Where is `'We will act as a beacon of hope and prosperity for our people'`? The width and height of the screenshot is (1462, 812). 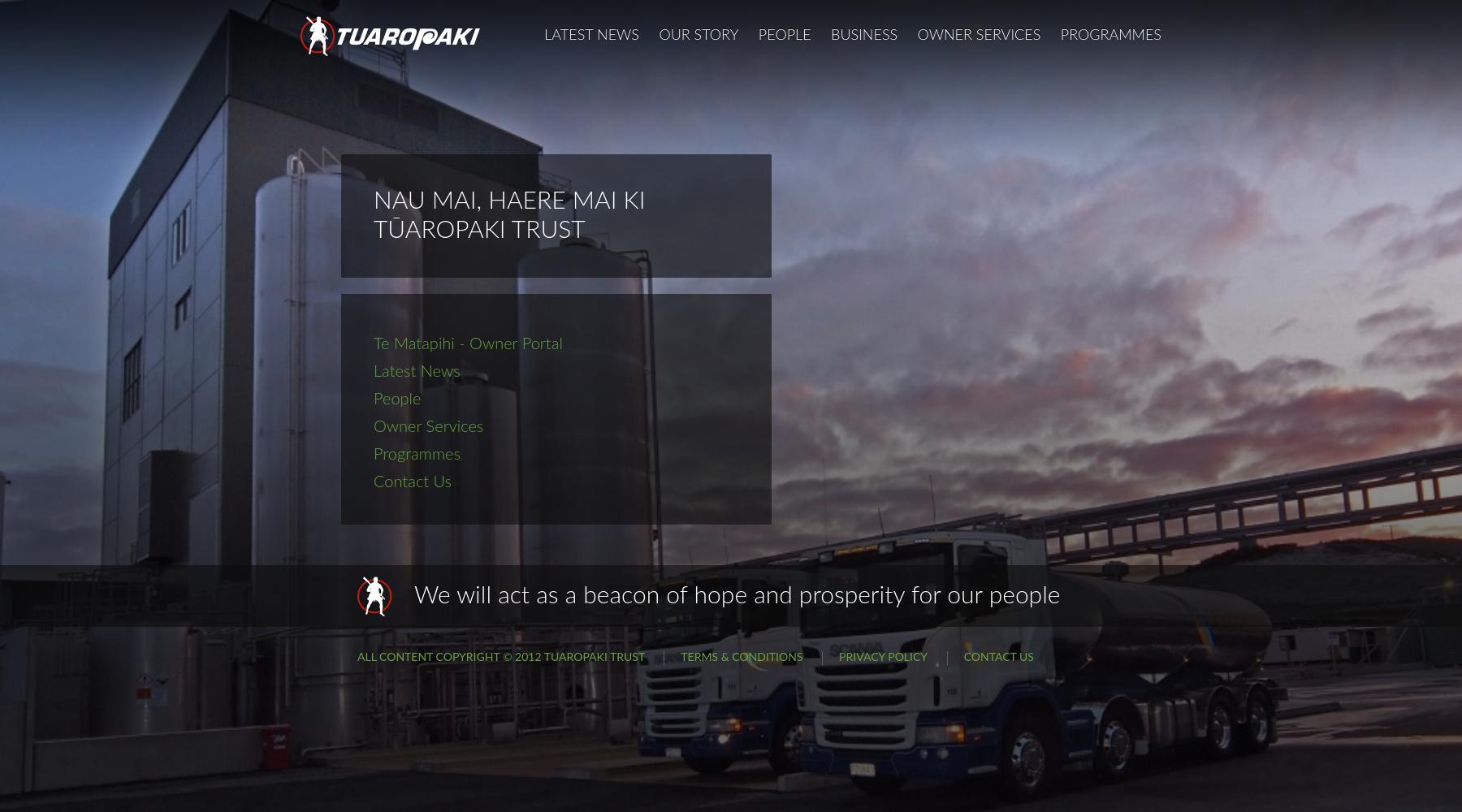 'We will act as a beacon of hope and prosperity for our people' is located at coordinates (736, 595).